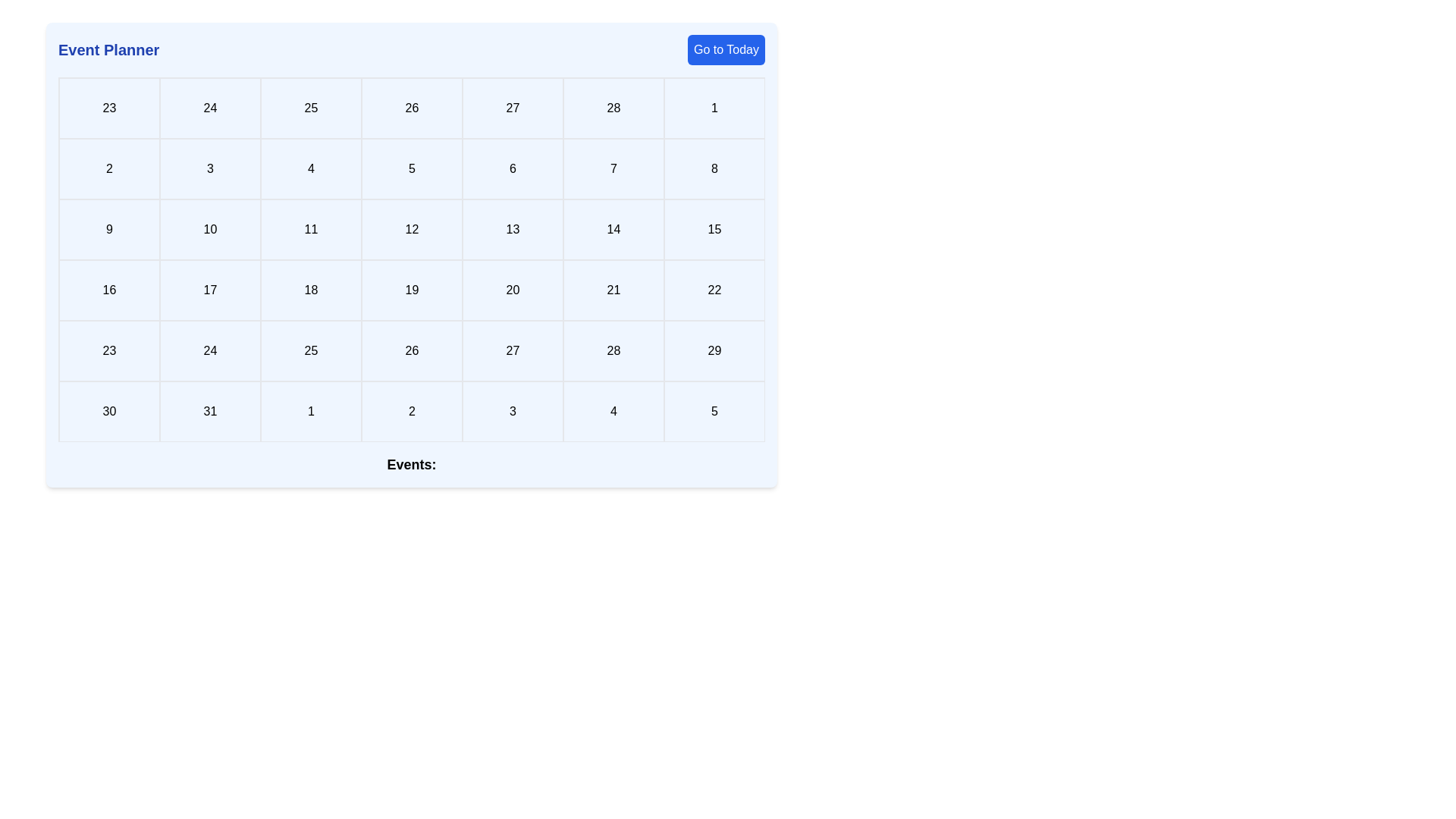 The width and height of the screenshot is (1456, 819). Describe the element at coordinates (714, 412) in the screenshot. I see `the last grid cell in the calendar layout` at that location.